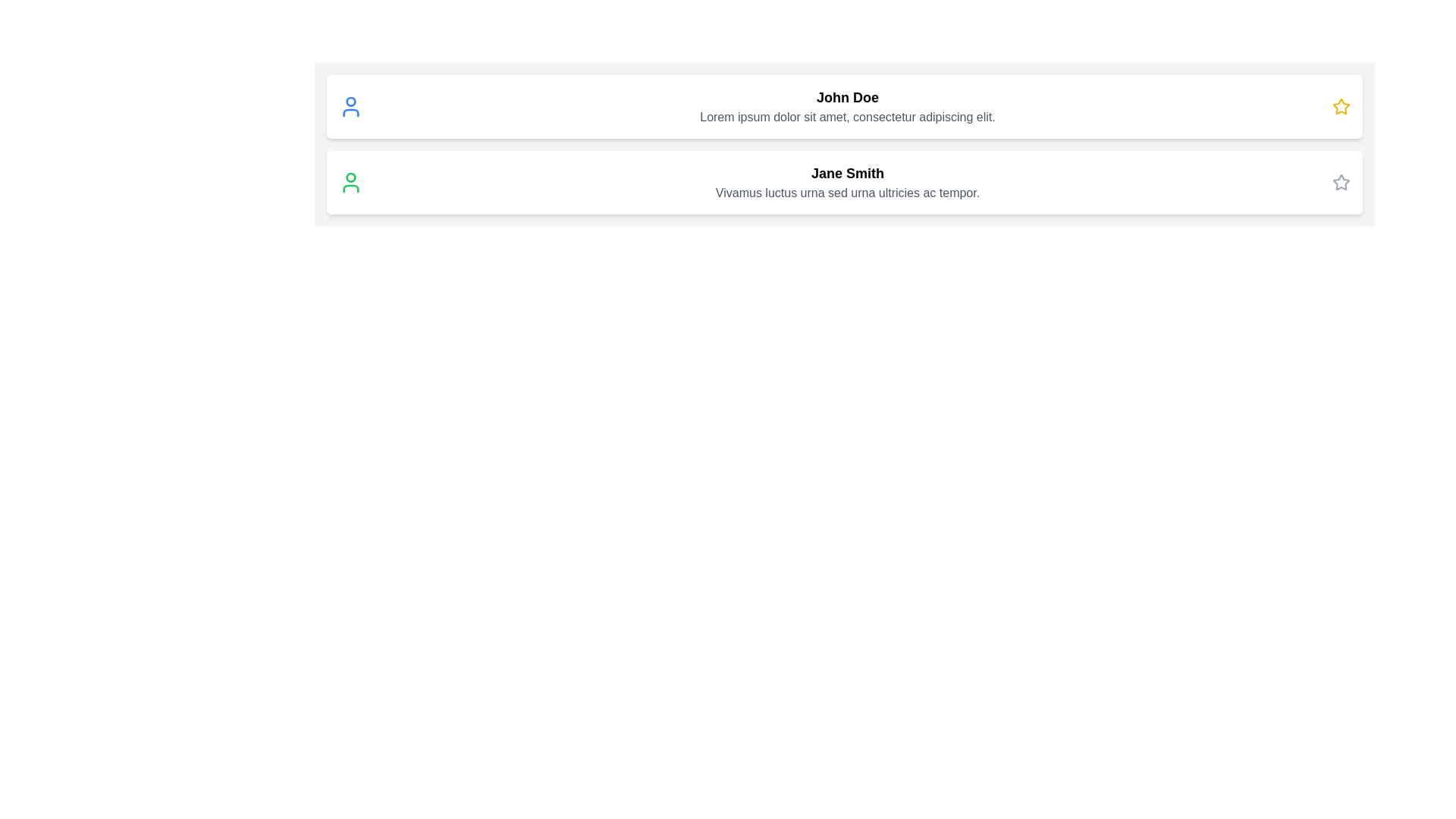 This screenshot has width=1456, height=819. Describe the element at coordinates (847, 192) in the screenshot. I see `the label or text element that displays secondary information beneath 'Jane Smith' in the vertically listed interface` at that location.